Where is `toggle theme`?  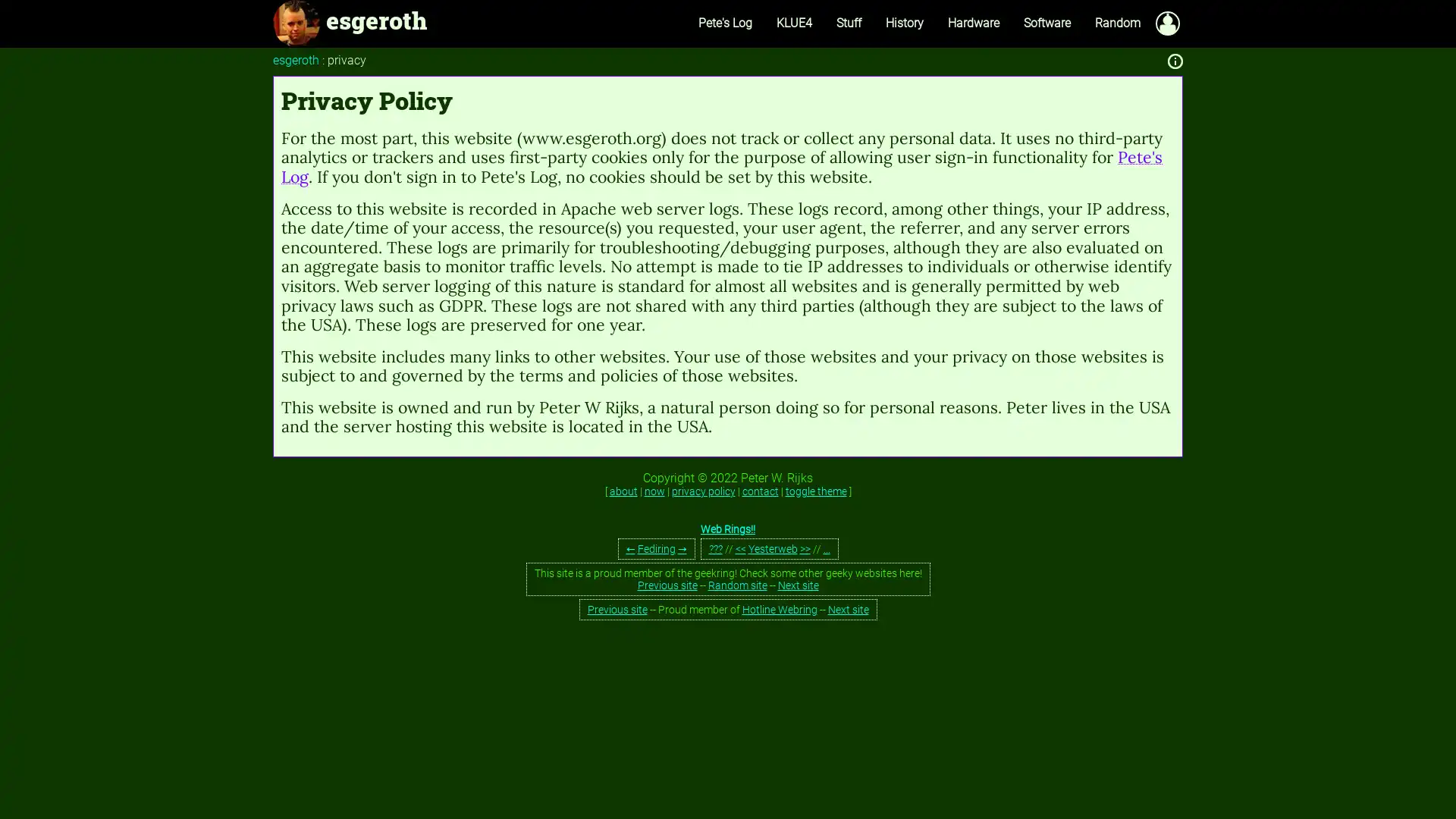 toggle theme is located at coordinates (814, 491).